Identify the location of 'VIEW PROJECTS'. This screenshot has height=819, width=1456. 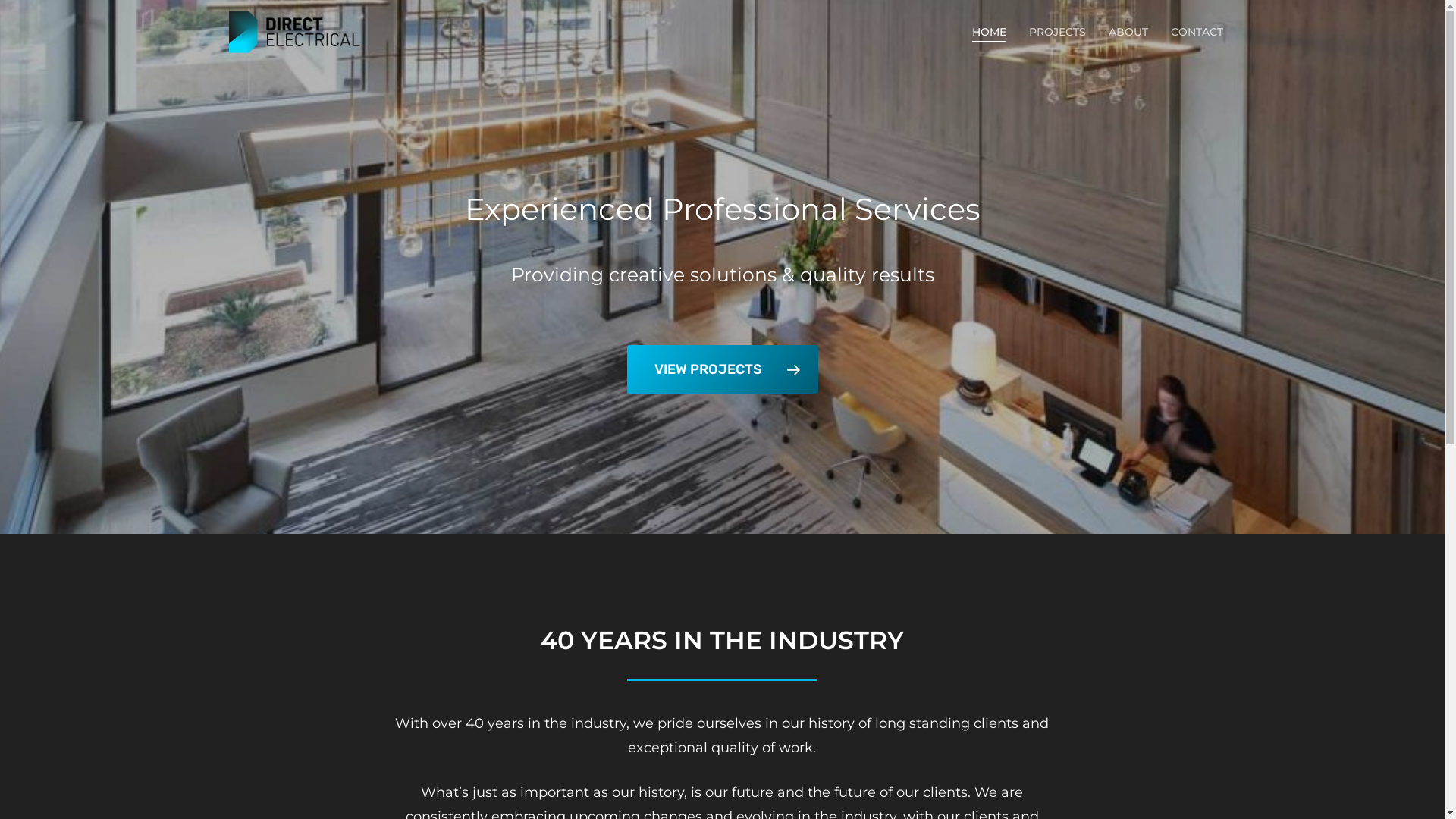
(626, 369).